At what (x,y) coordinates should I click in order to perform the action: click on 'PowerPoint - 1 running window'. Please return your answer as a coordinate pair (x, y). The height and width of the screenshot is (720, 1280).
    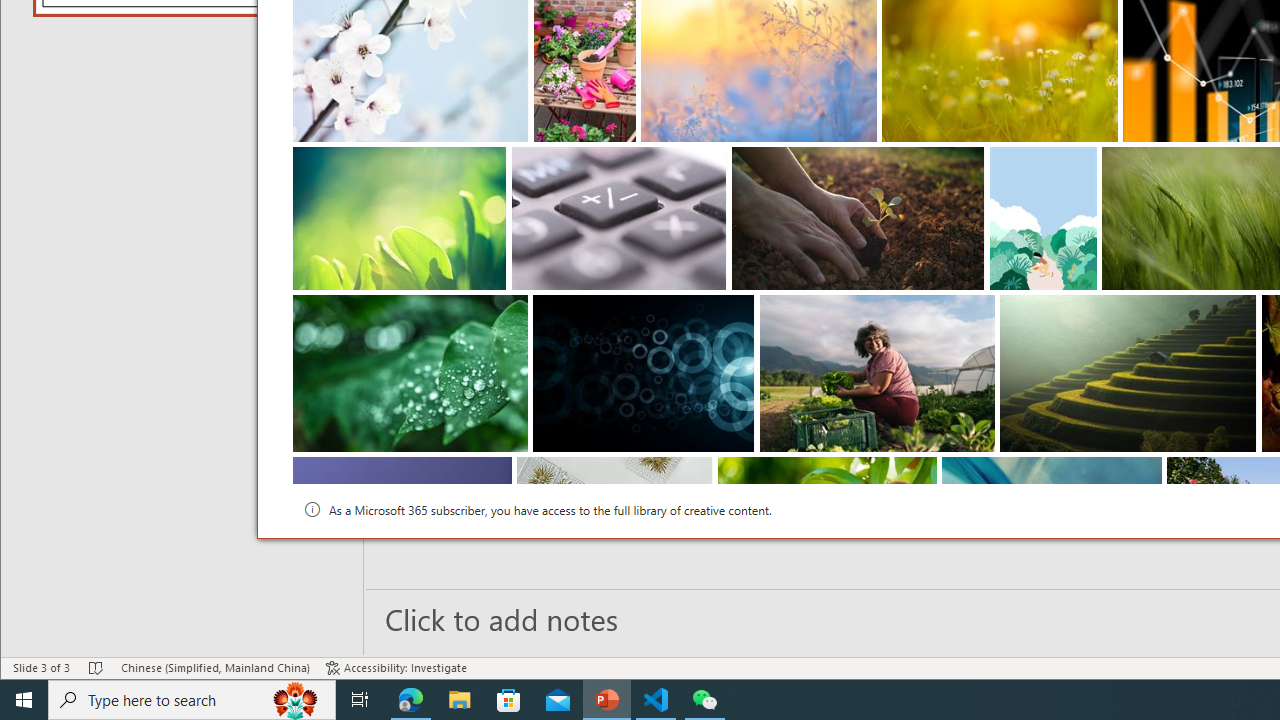
    Looking at the image, I should click on (606, 698).